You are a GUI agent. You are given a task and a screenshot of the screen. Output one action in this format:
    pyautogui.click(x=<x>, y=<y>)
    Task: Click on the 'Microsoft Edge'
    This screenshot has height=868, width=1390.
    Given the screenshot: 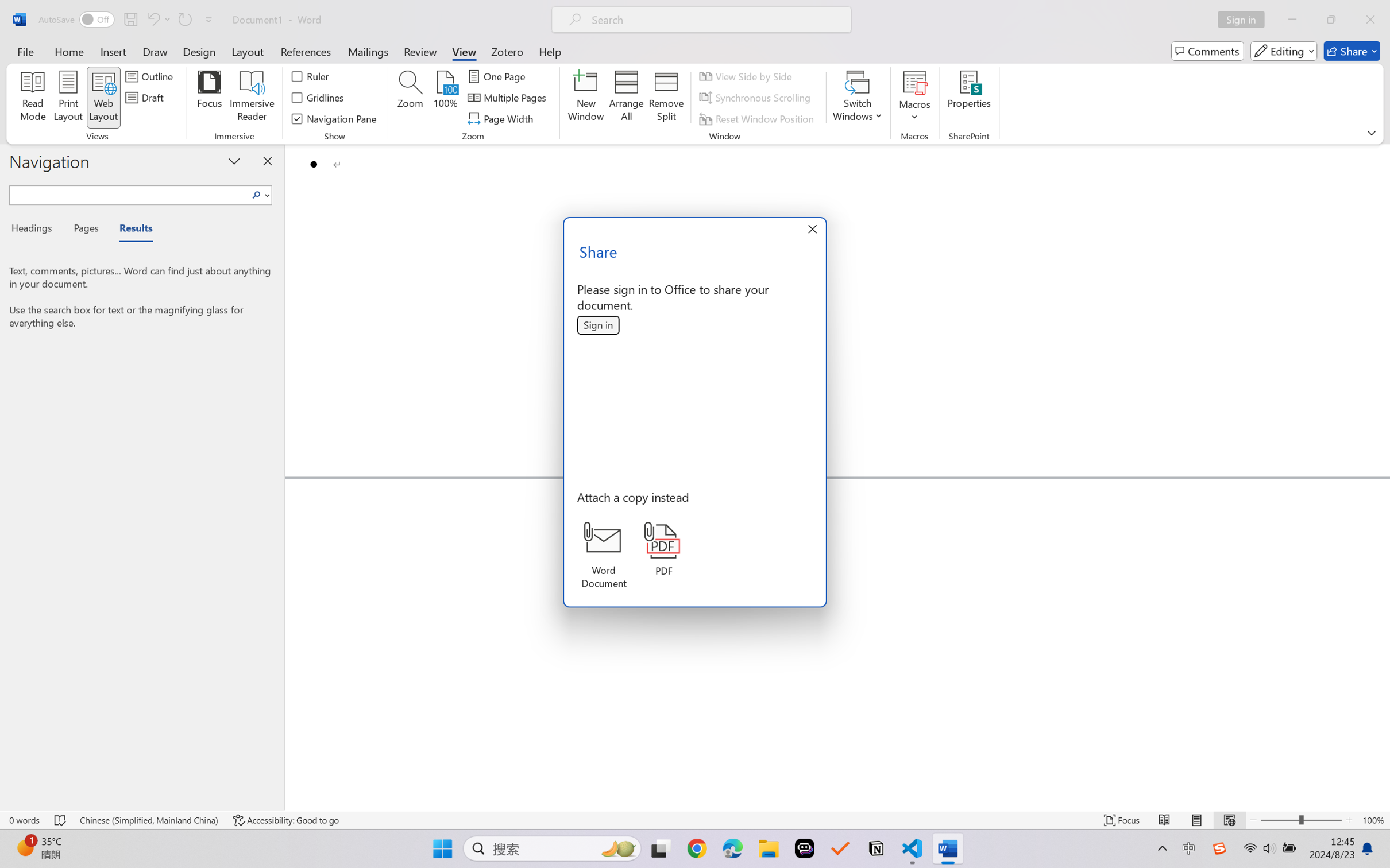 What is the action you would take?
    pyautogui.click(x=732, y=848)
    